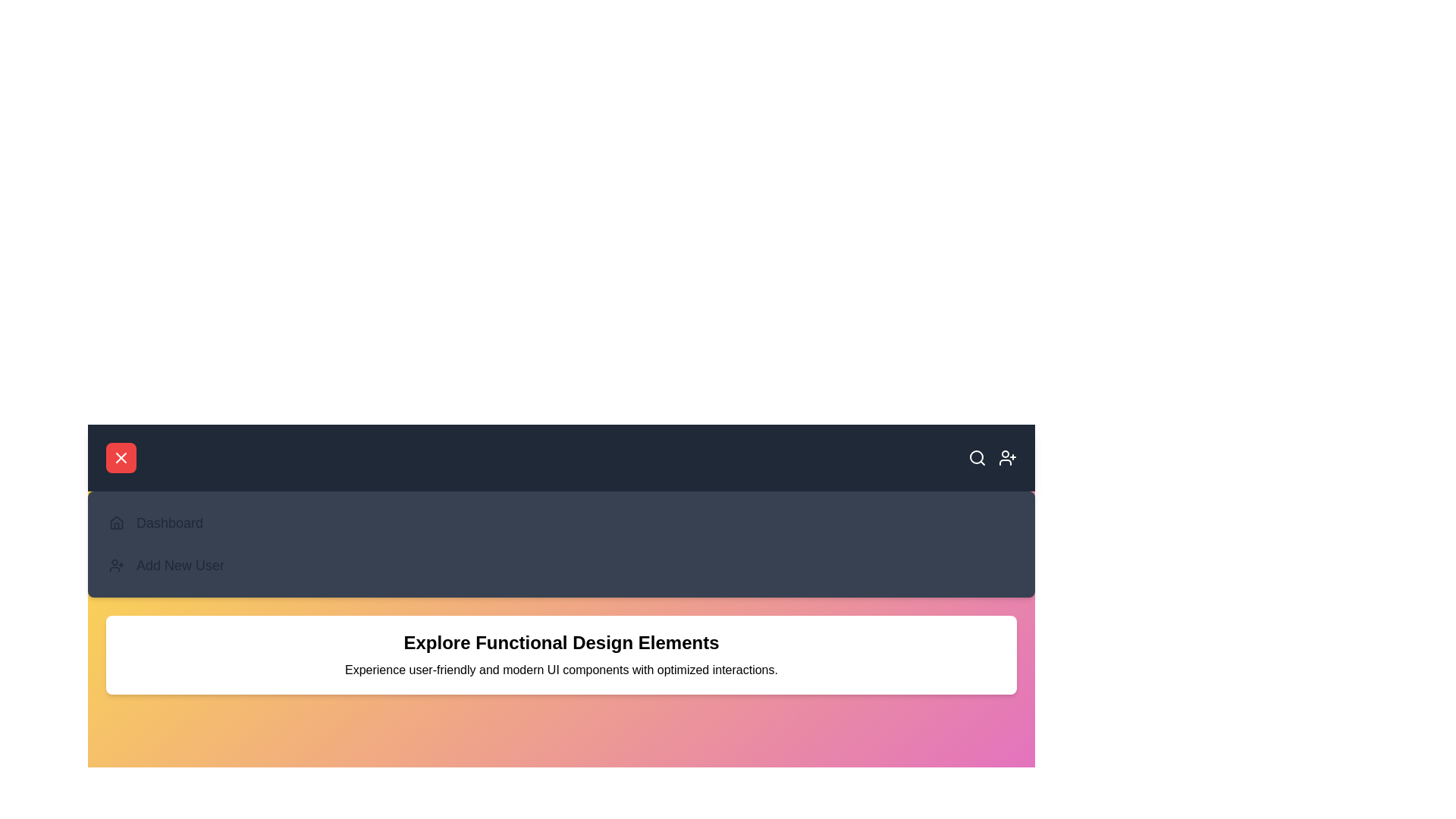  Describe the element at coordinates (120, 457) in the screenshot. I see `the menu button to toggle the menu visibility` at that location.